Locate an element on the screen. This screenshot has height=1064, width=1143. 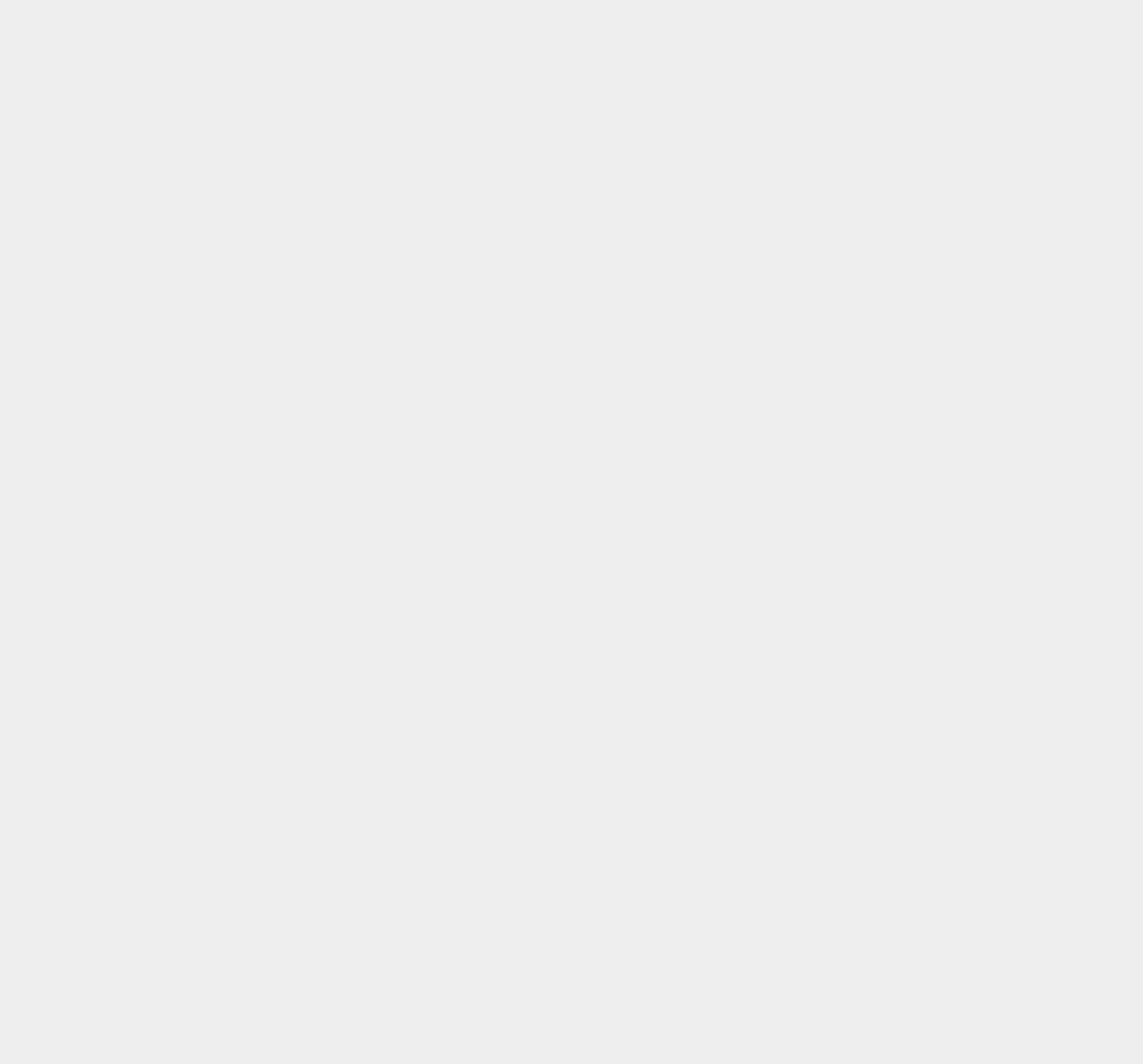
'iCloud' is located at coordinates (826, 914).